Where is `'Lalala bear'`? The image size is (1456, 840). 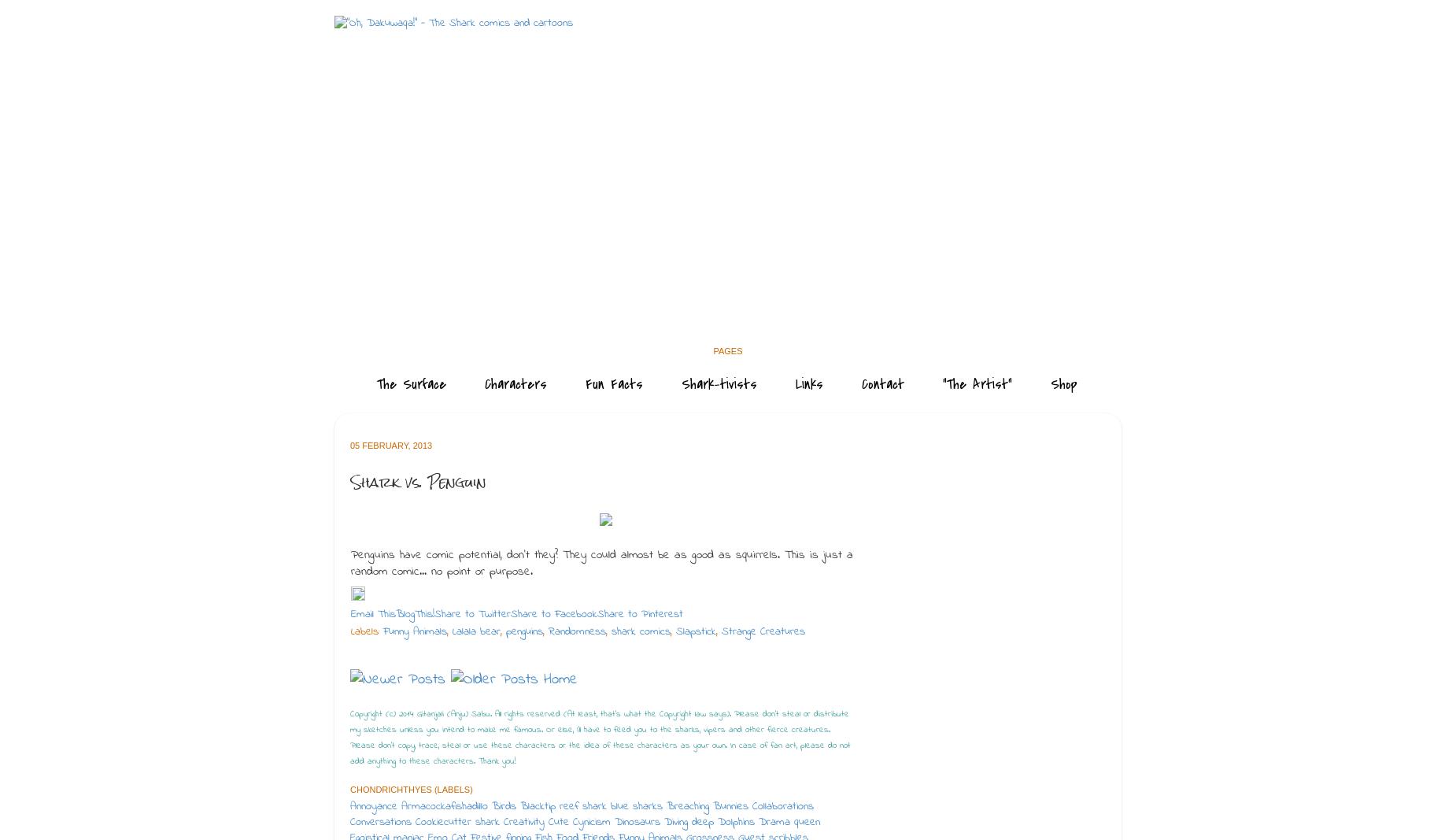 'Lalala bear' is located at coordinates (452, 630).